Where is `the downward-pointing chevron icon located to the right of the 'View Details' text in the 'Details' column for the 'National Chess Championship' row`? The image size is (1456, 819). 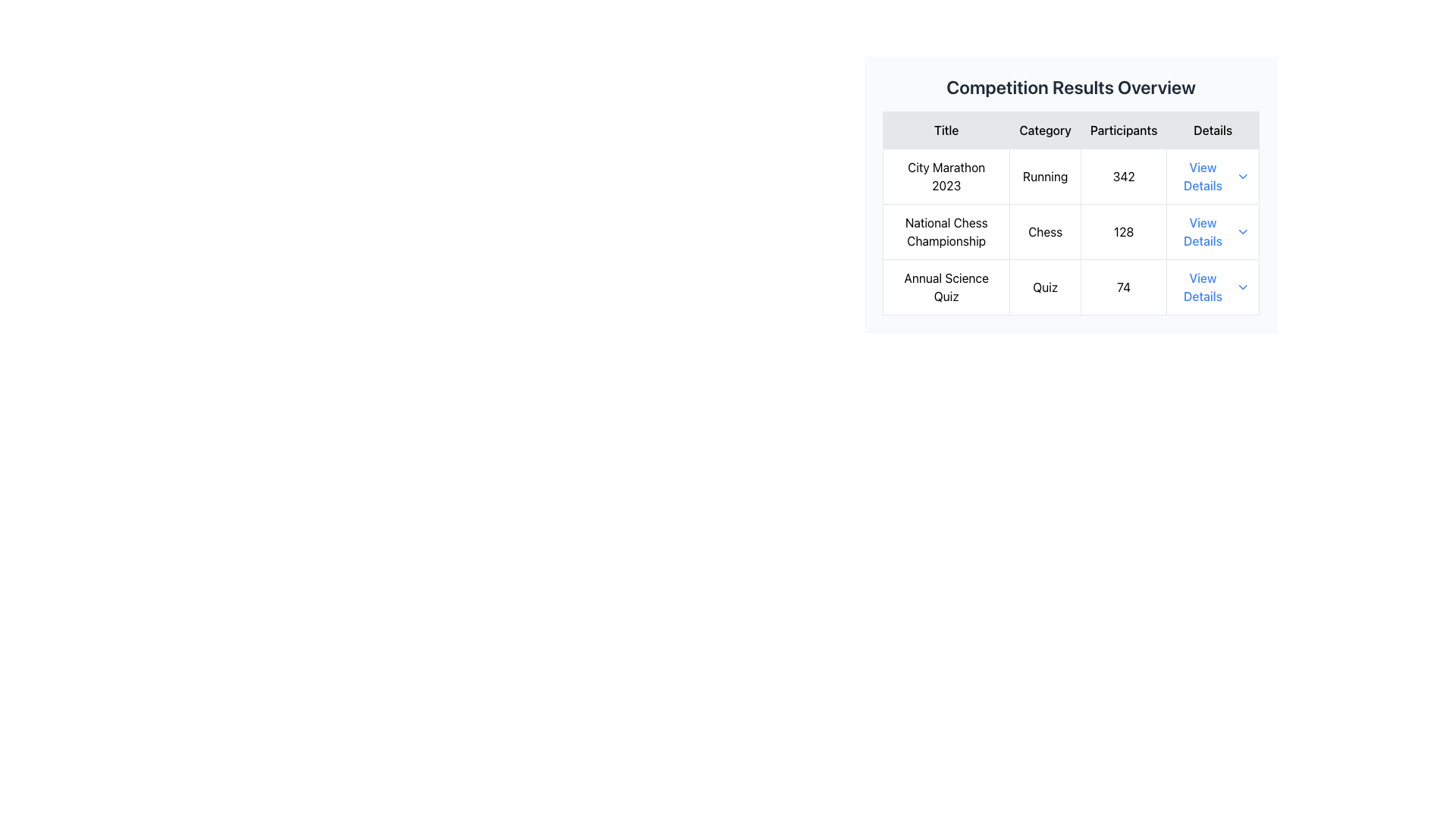 the downward-pointing chevron icon located to the right of the 'View Details' text in the 'Details' column for the 'National Chess Championship' row is located at coordinates (1242, 231).